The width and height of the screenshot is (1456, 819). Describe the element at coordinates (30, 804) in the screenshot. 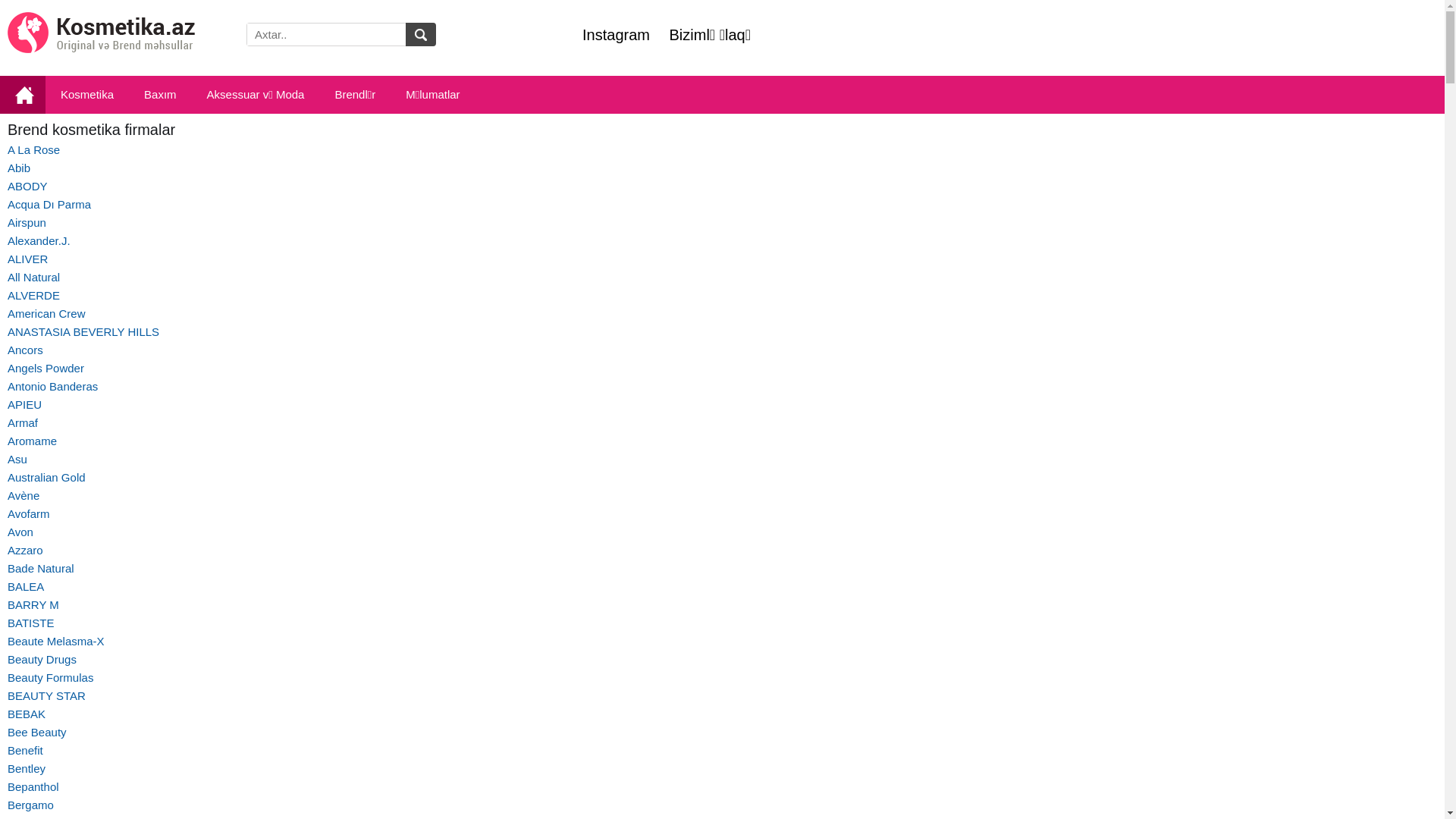

I see `'Bergamo'` at that location.